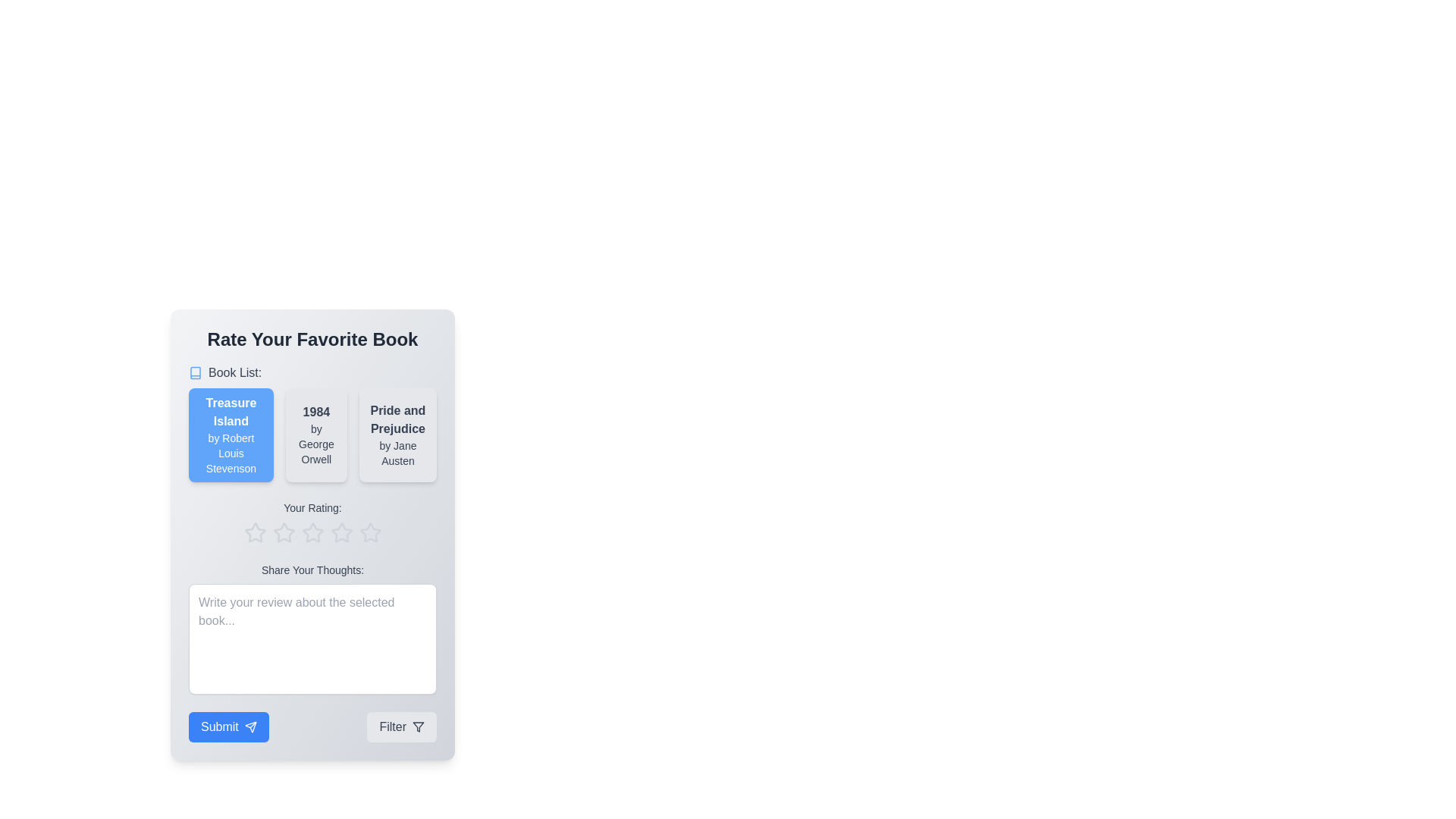  What do you see at coordinates (312, 570) in the screenshot?
I see `the label that instructs users to share their opinions, positioned above the text area for writing reviews` at bounding box center [312, 570].